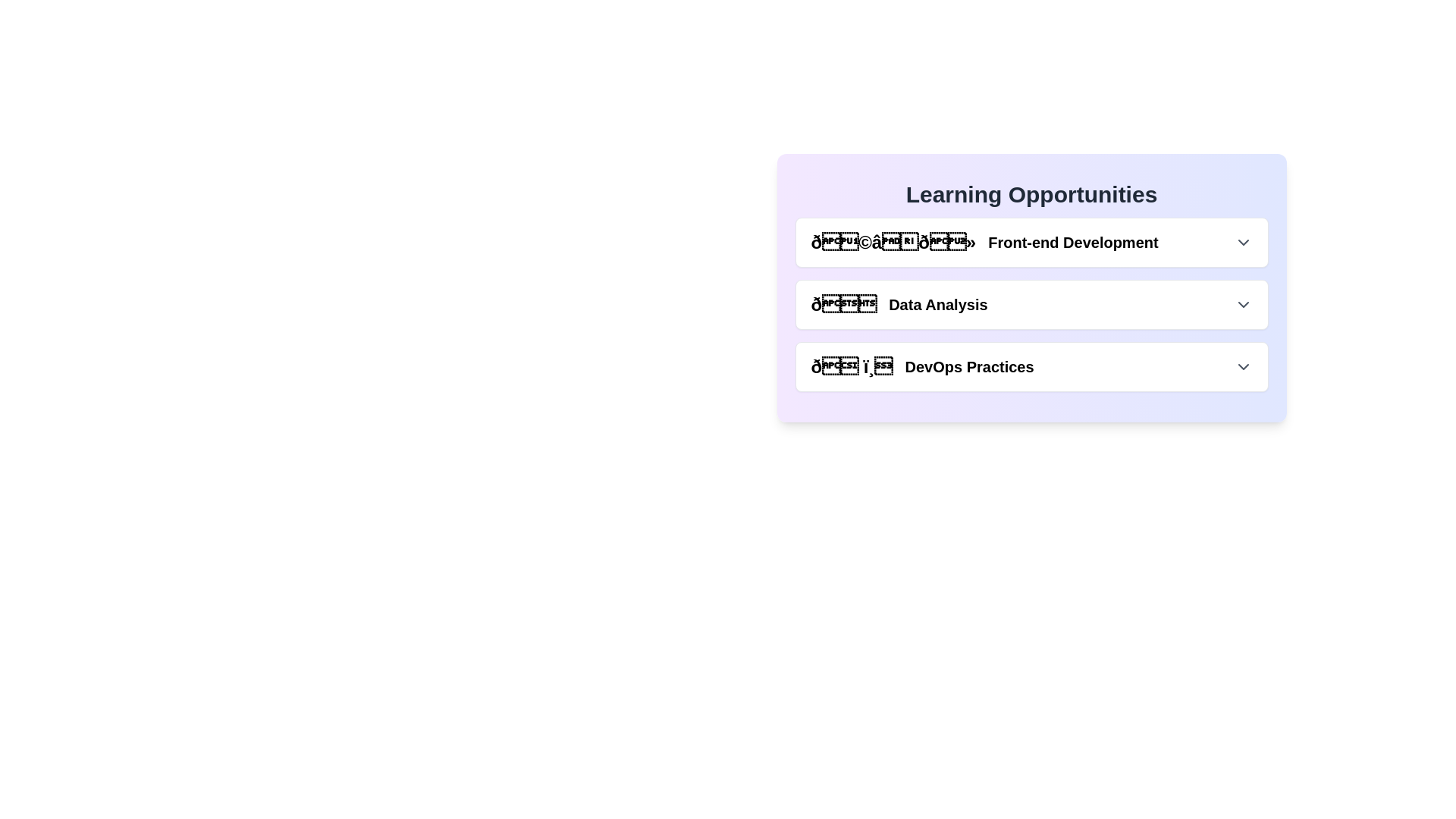  What do you see at coordinates (852, 366) in the screenshot?
I see `the DevOps Practices icon or emoji located in the lowermost item of the list within the 'Learning Opportunities' card, which is visually aligned with the text 'DevOps Practices'` at bounding box center [852, 366].